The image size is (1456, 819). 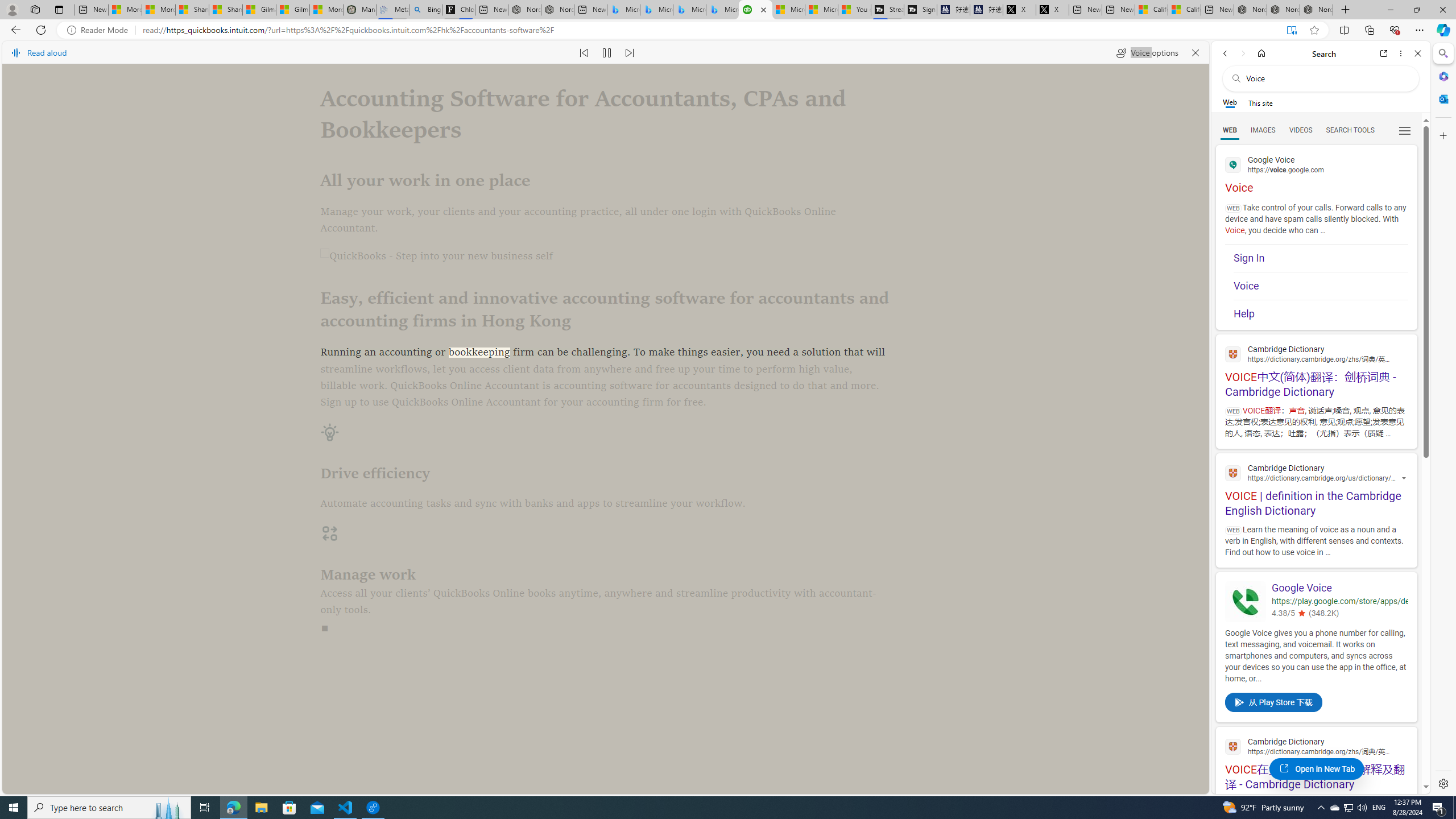 I want to click on 'Search the web', so click(x=1326, y=78).